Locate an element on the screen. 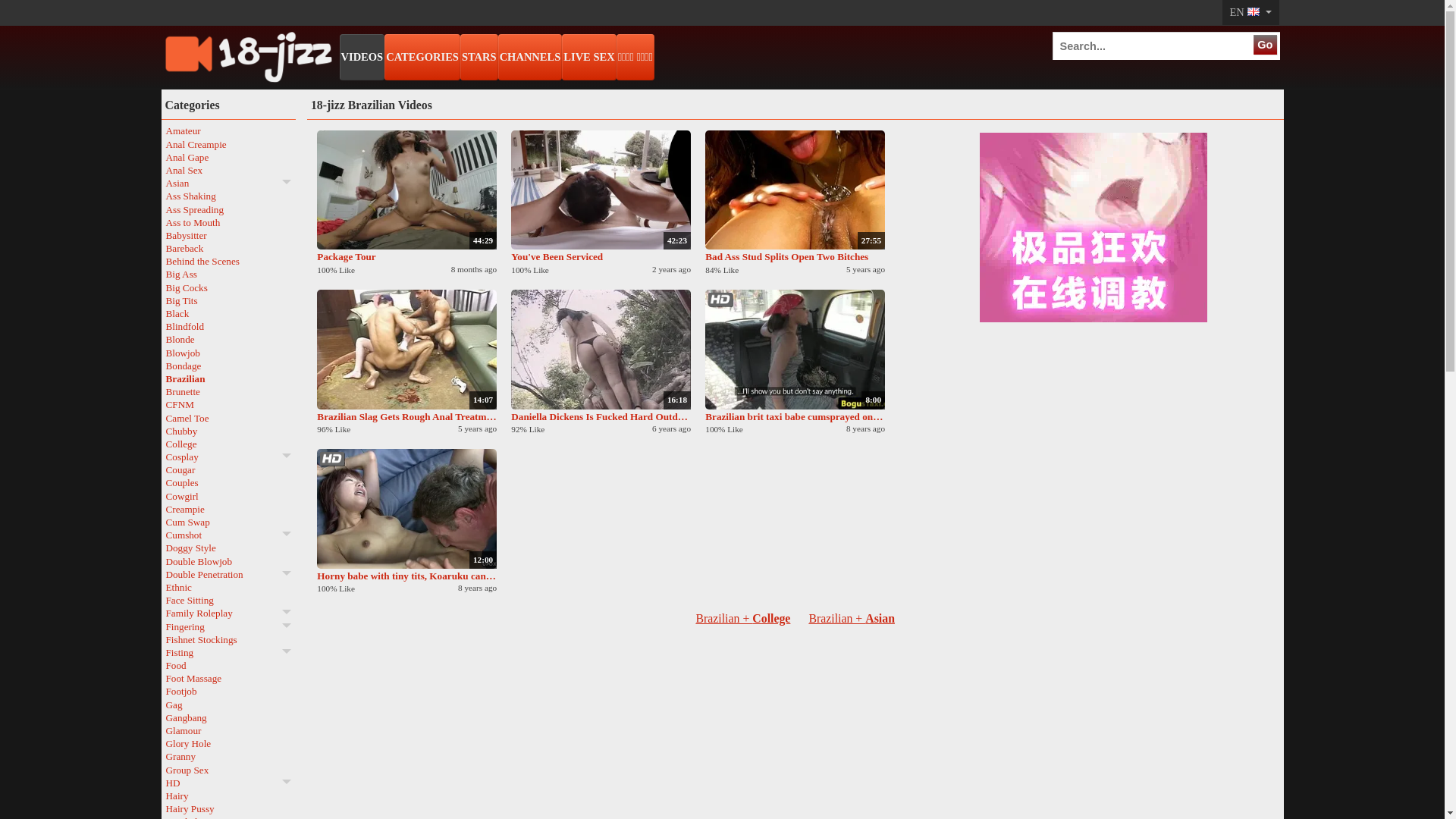 This screenshot has height=819, width=1456. 'Cum Swap' is located at coordinates (227, 521).